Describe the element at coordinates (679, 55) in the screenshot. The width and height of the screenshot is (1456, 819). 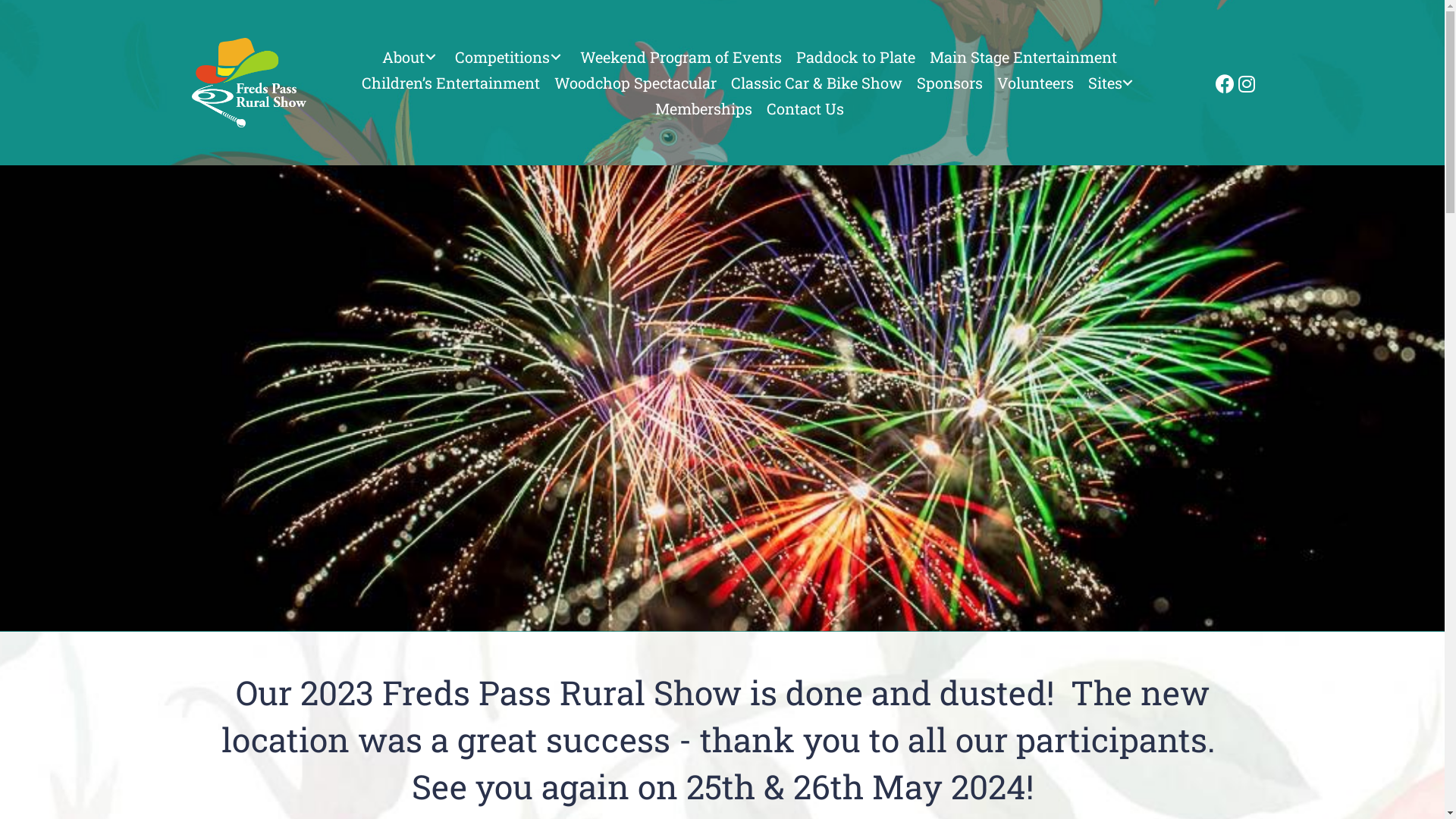
I see `'Weekend Program of Events'` at that location.